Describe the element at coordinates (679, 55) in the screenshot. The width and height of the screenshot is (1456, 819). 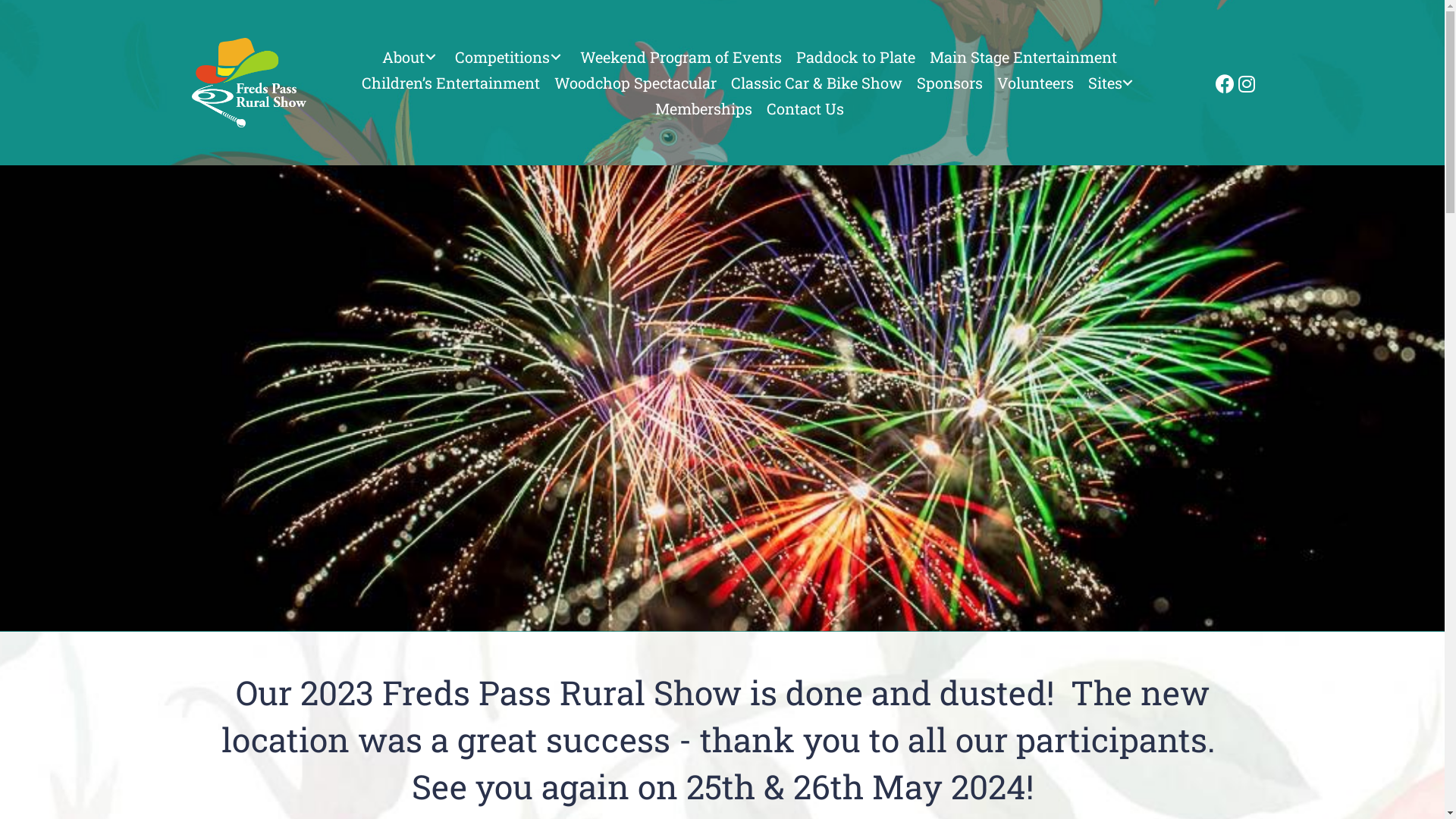
I see `'Weekend Program of Events'` at that location.